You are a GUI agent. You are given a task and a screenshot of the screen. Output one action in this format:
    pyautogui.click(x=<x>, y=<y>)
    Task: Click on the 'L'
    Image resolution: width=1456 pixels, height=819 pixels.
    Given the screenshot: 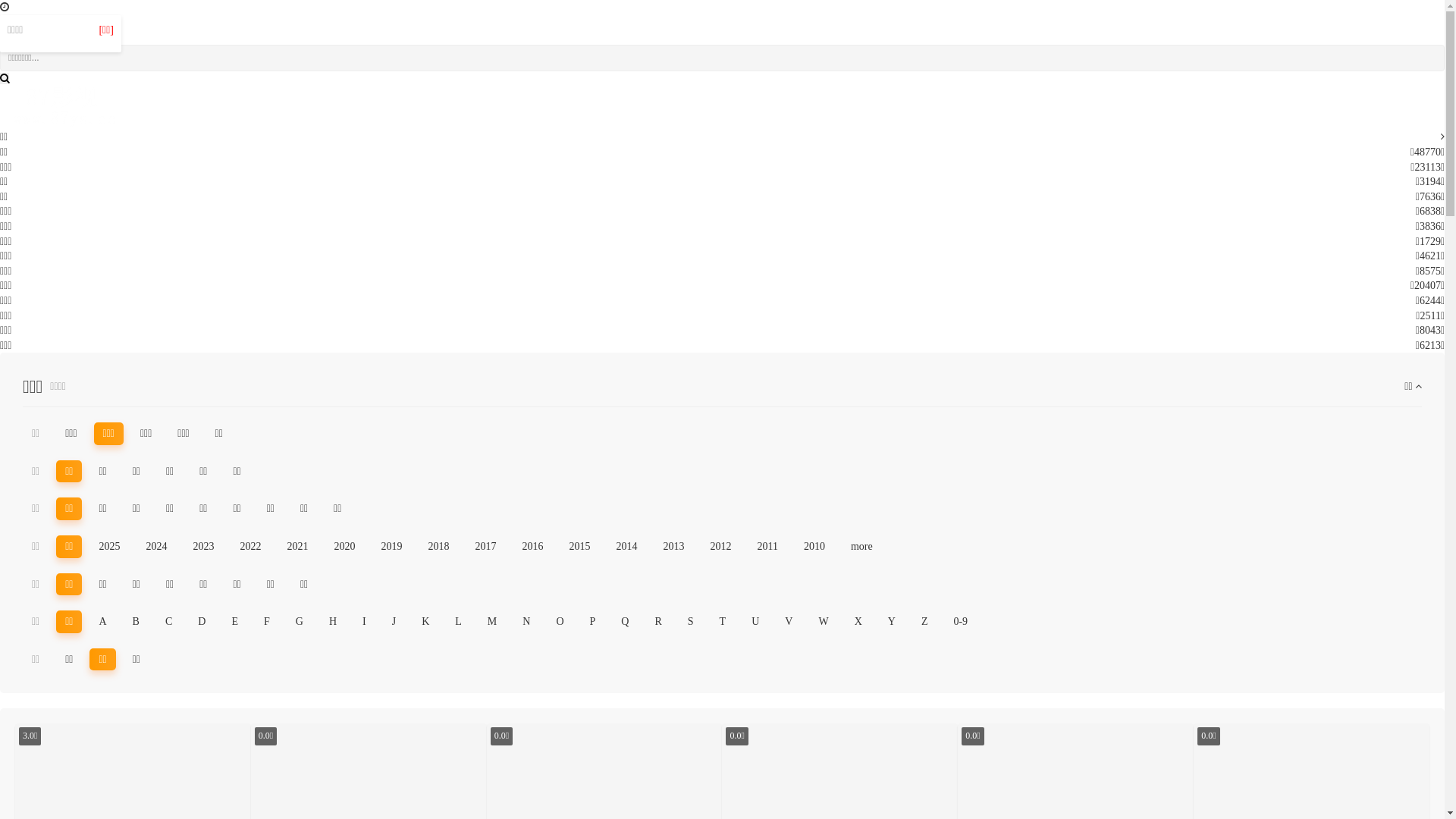 What is the action you would take?
    pyautogui.click(x=445, y=622)
    